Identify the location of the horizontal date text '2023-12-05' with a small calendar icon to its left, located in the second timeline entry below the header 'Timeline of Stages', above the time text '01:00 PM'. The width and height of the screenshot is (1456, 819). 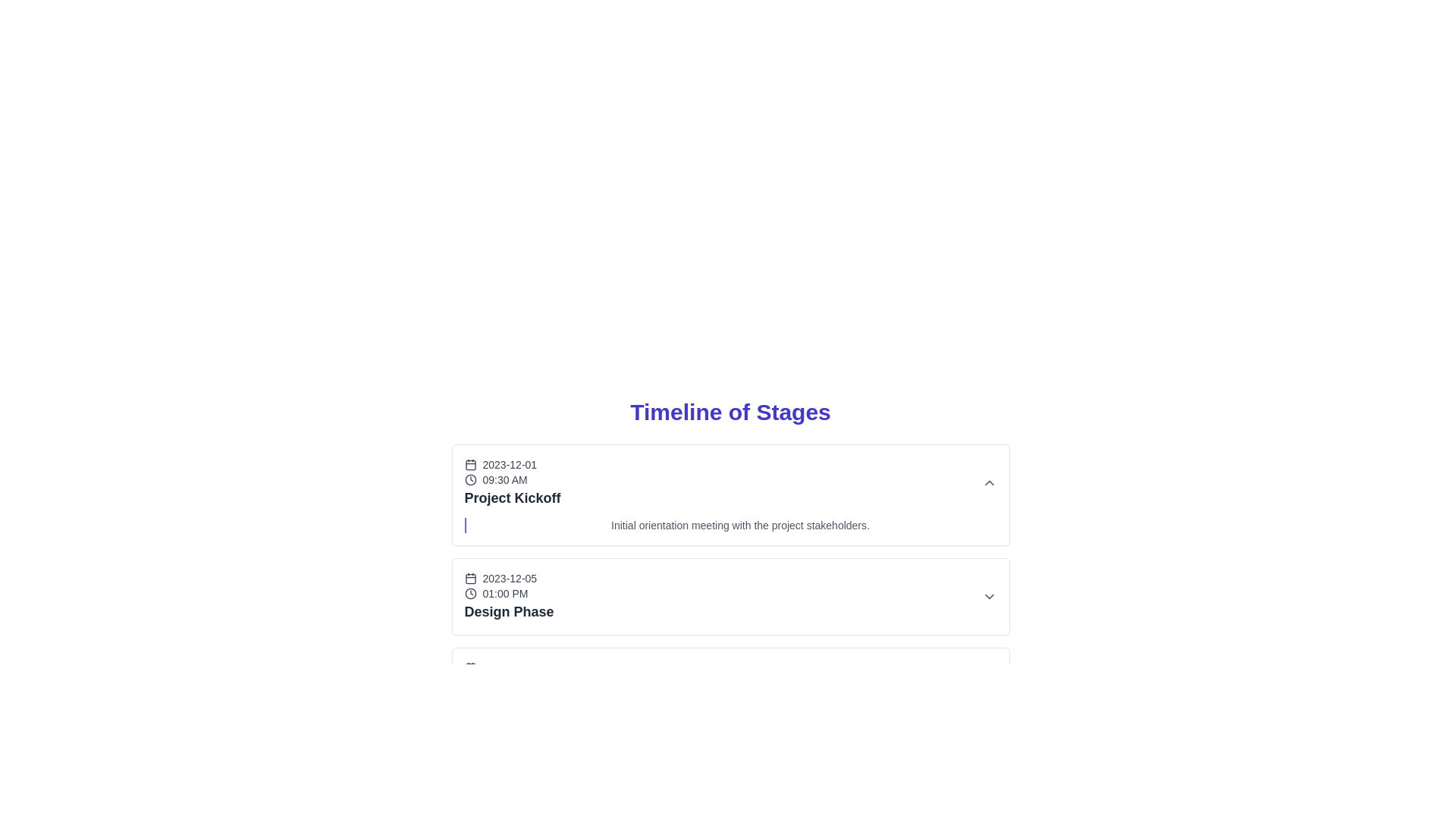
(509, 579).